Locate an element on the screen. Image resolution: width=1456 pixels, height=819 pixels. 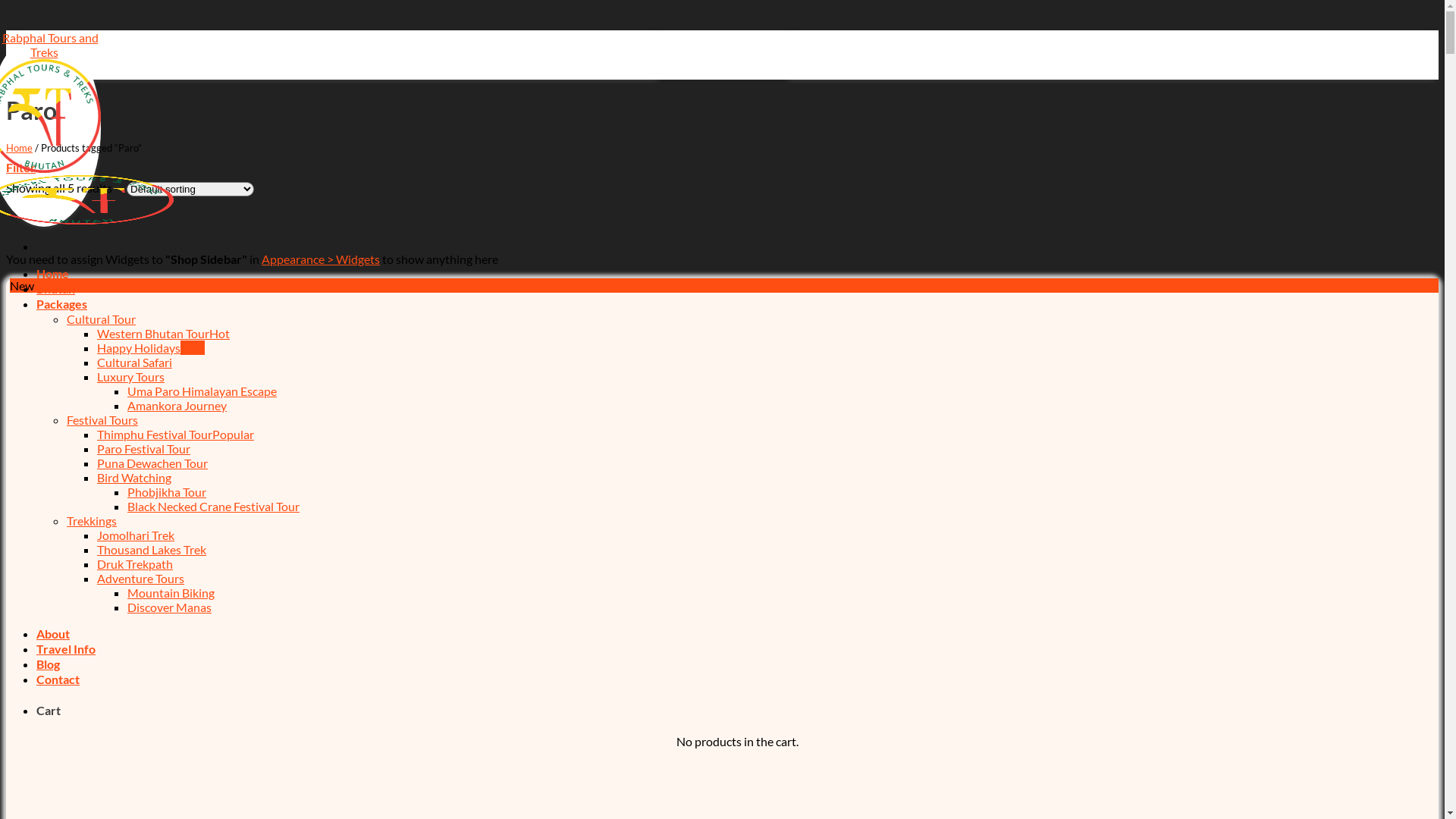
'Luxury Tours' is located at coordinates (130, 375).